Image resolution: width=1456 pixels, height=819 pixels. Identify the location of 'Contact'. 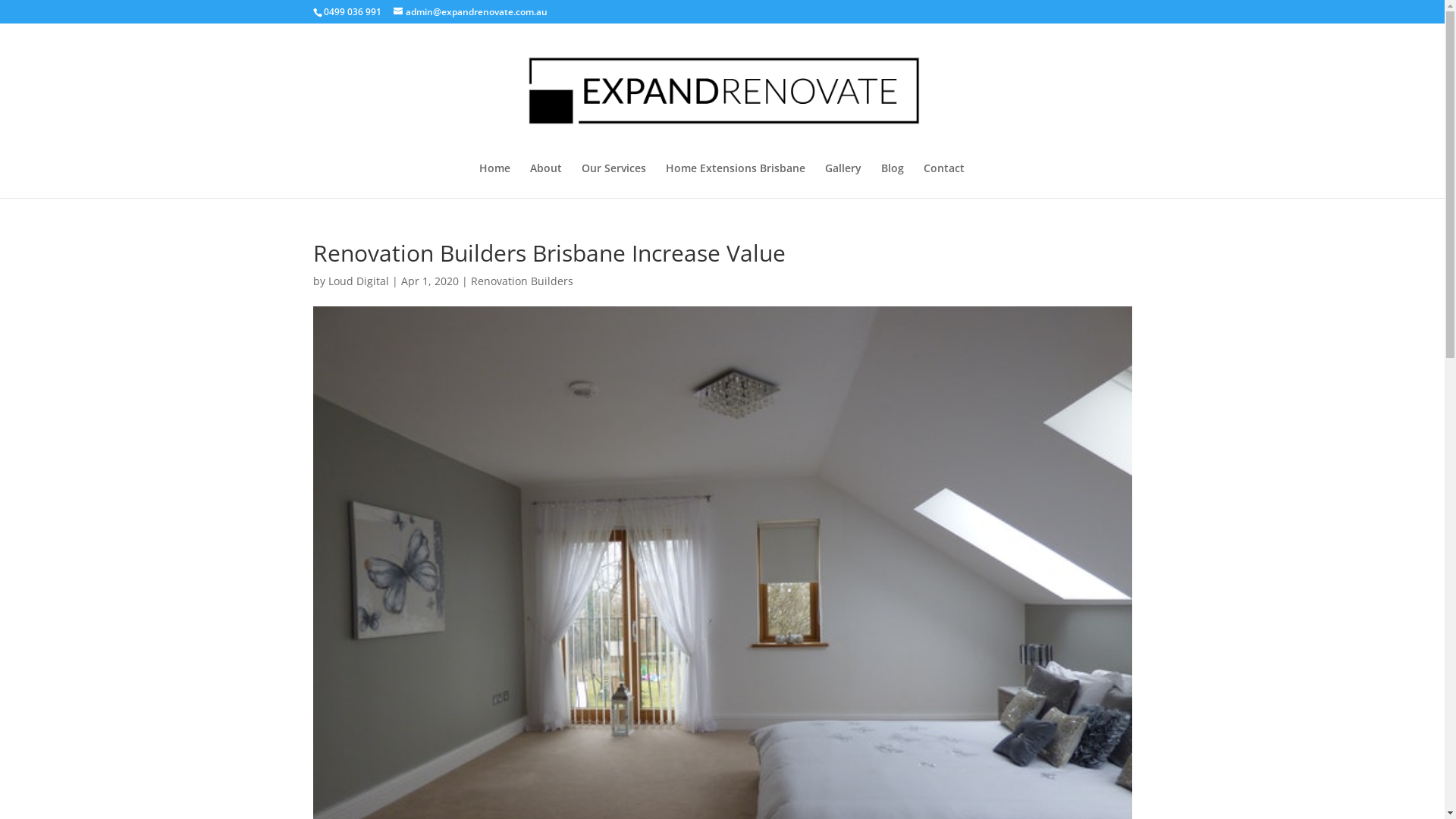
(943, 180).